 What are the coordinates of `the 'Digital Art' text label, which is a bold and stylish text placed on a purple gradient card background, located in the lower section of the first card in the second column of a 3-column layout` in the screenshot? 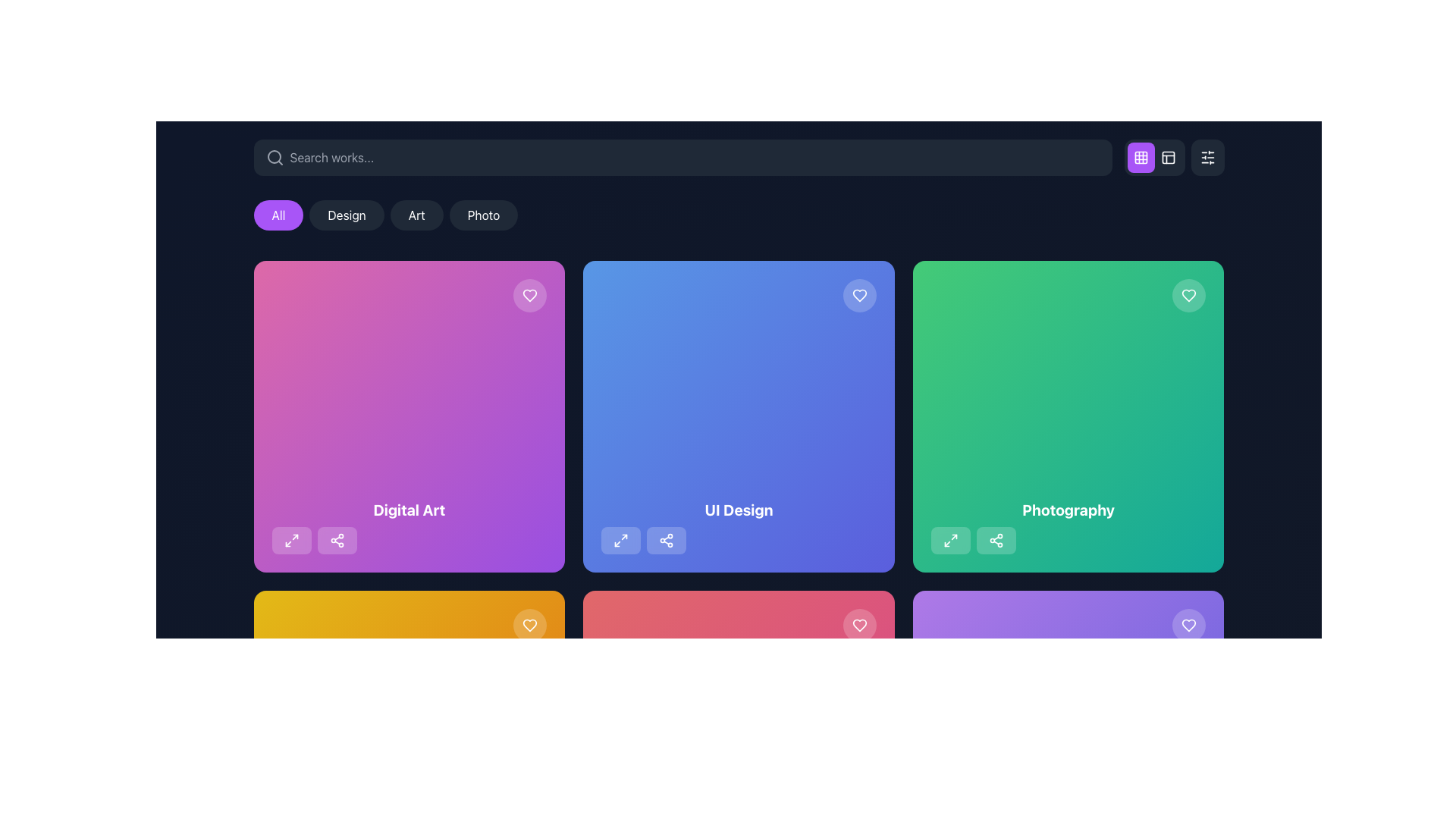 It's located at (409, 510).